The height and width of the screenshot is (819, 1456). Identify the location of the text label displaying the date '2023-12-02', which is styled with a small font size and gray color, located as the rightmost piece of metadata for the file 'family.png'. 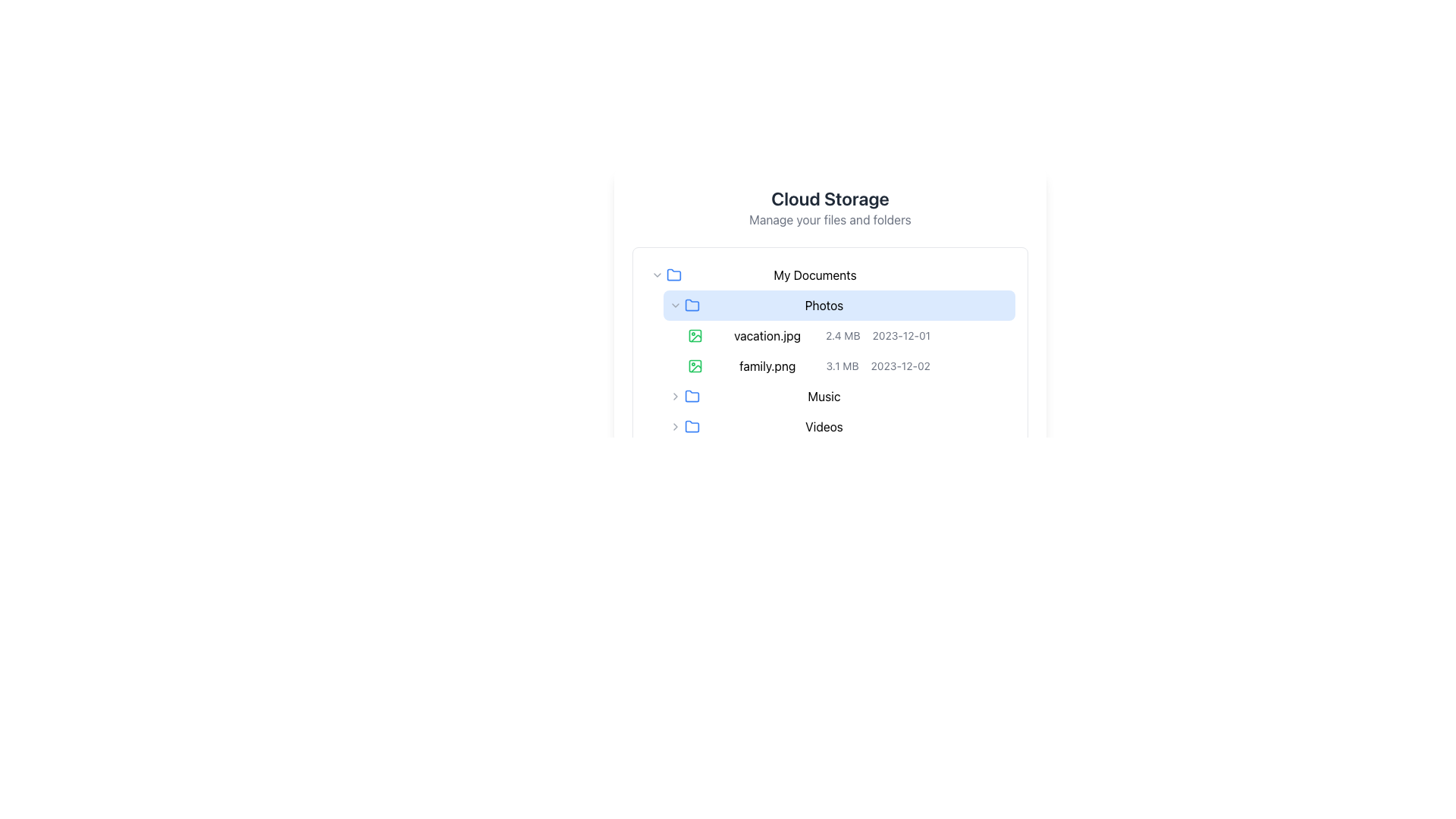
(900, 366).